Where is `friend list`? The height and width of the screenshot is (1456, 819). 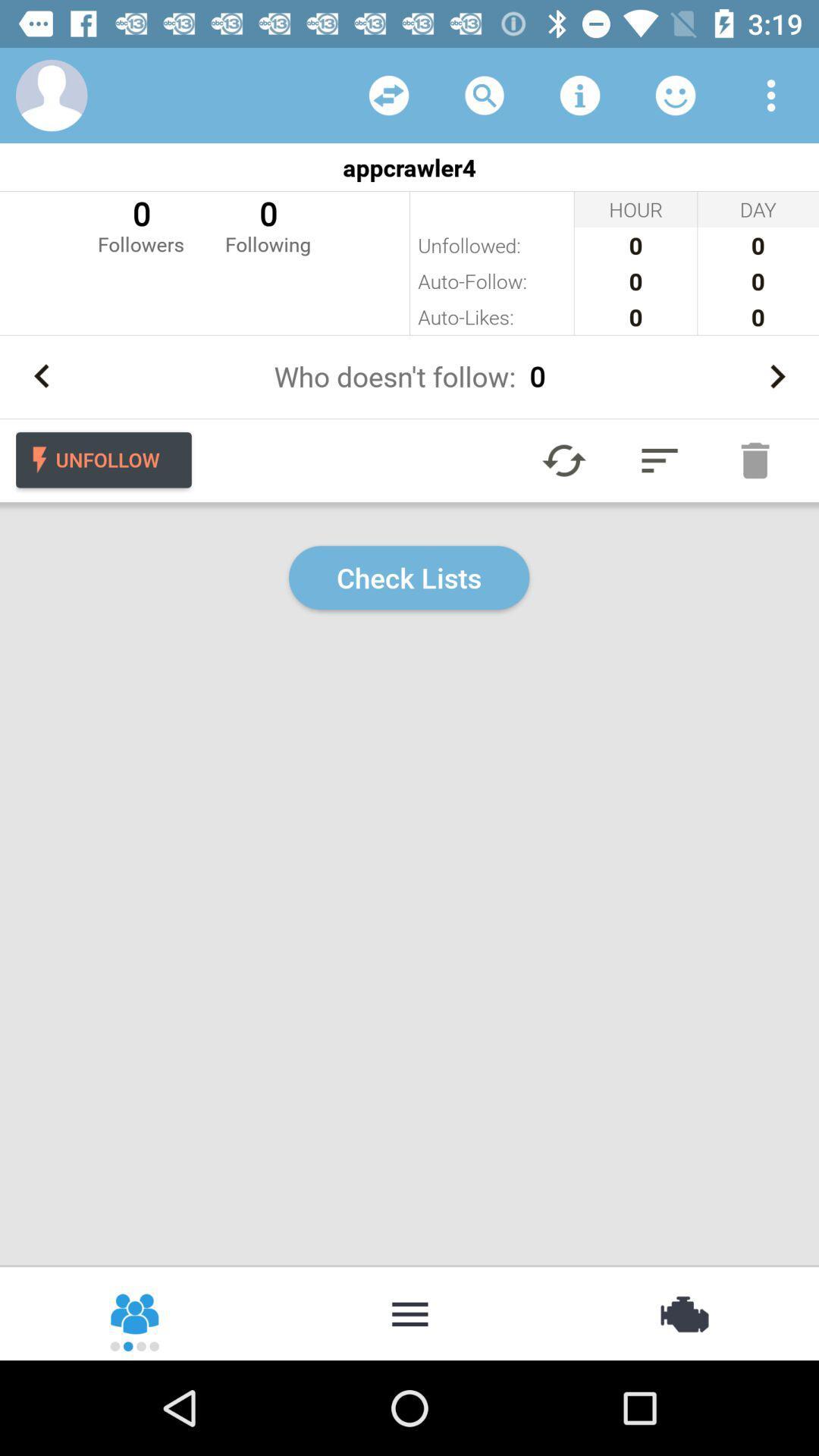 friend list is located at coordinates (675, 94).